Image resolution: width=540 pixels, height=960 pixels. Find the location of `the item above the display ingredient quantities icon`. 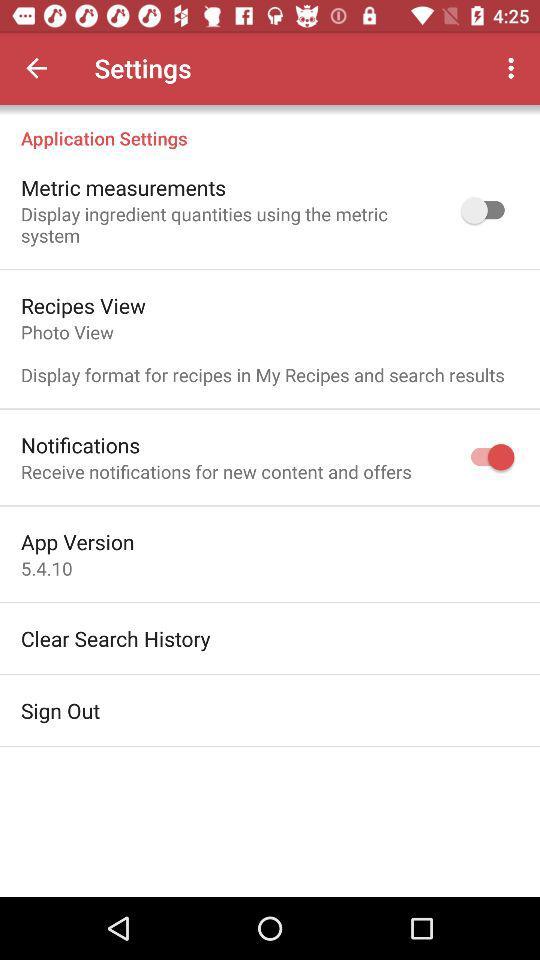

the item above the display ingredient quantities icon is located at coordinates (123, 187).